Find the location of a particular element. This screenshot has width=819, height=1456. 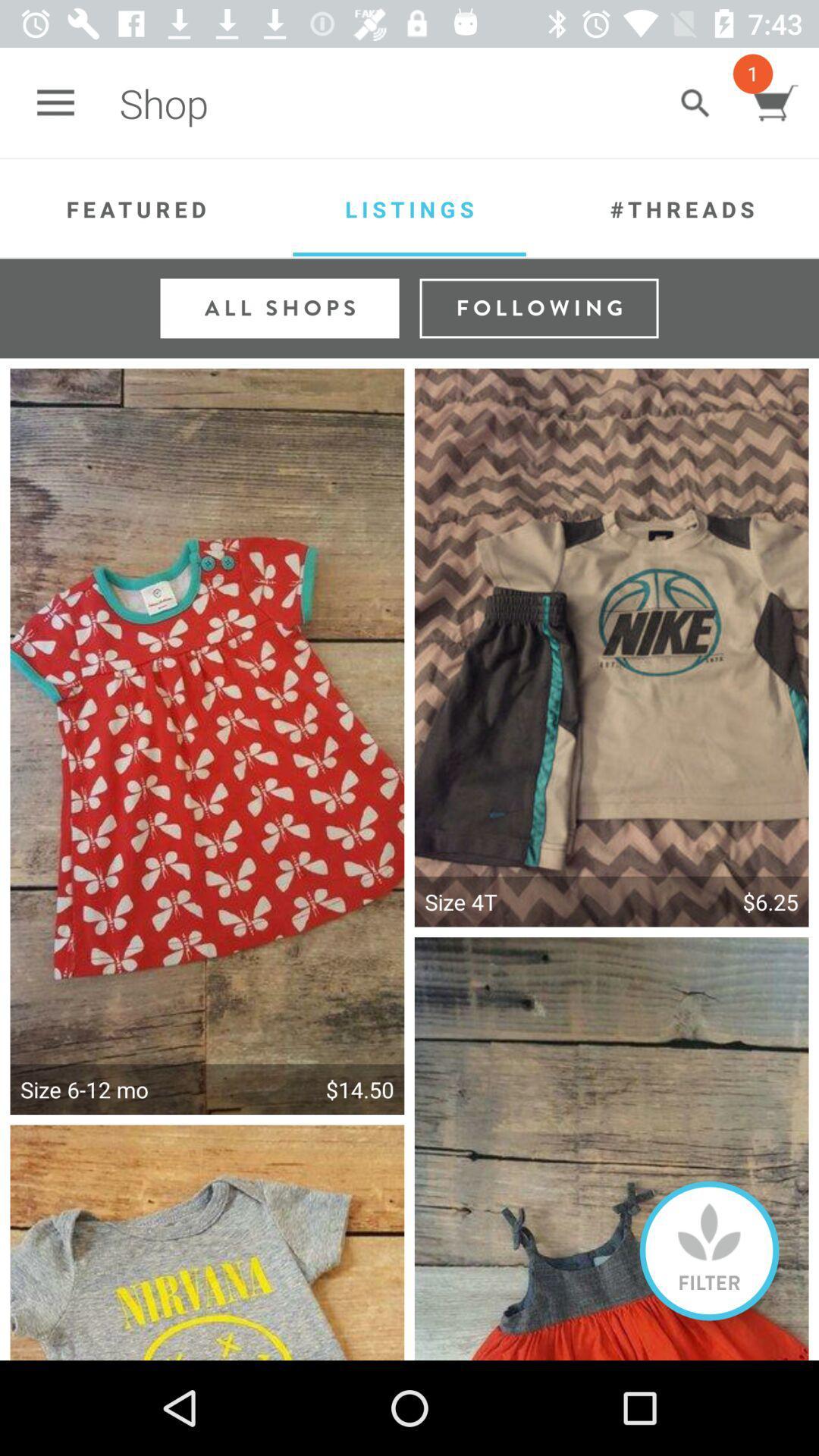

allows the user to search is located at coordinates (695, 102).